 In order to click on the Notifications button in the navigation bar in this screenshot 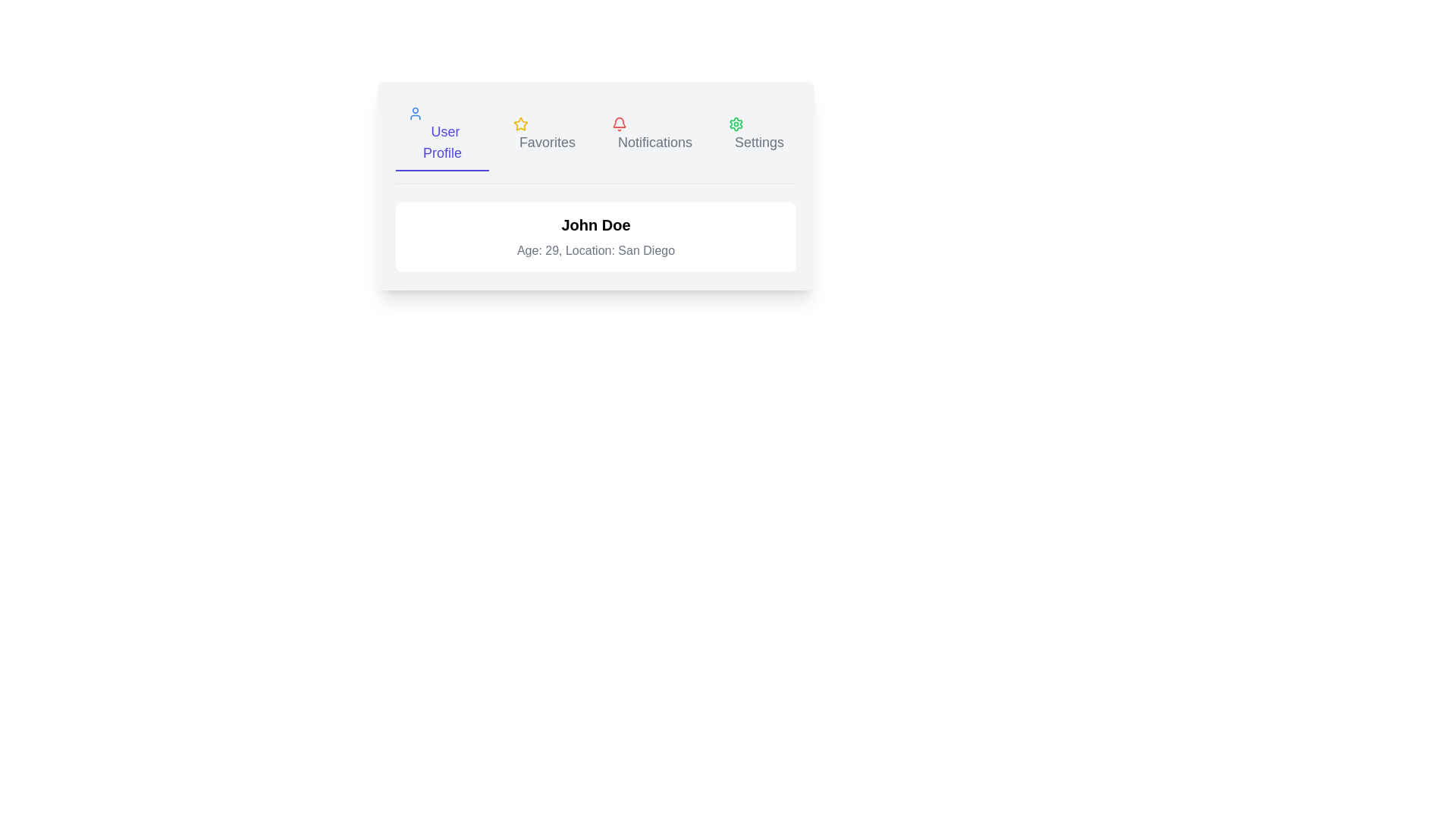, I will do `click(651, 134)`.